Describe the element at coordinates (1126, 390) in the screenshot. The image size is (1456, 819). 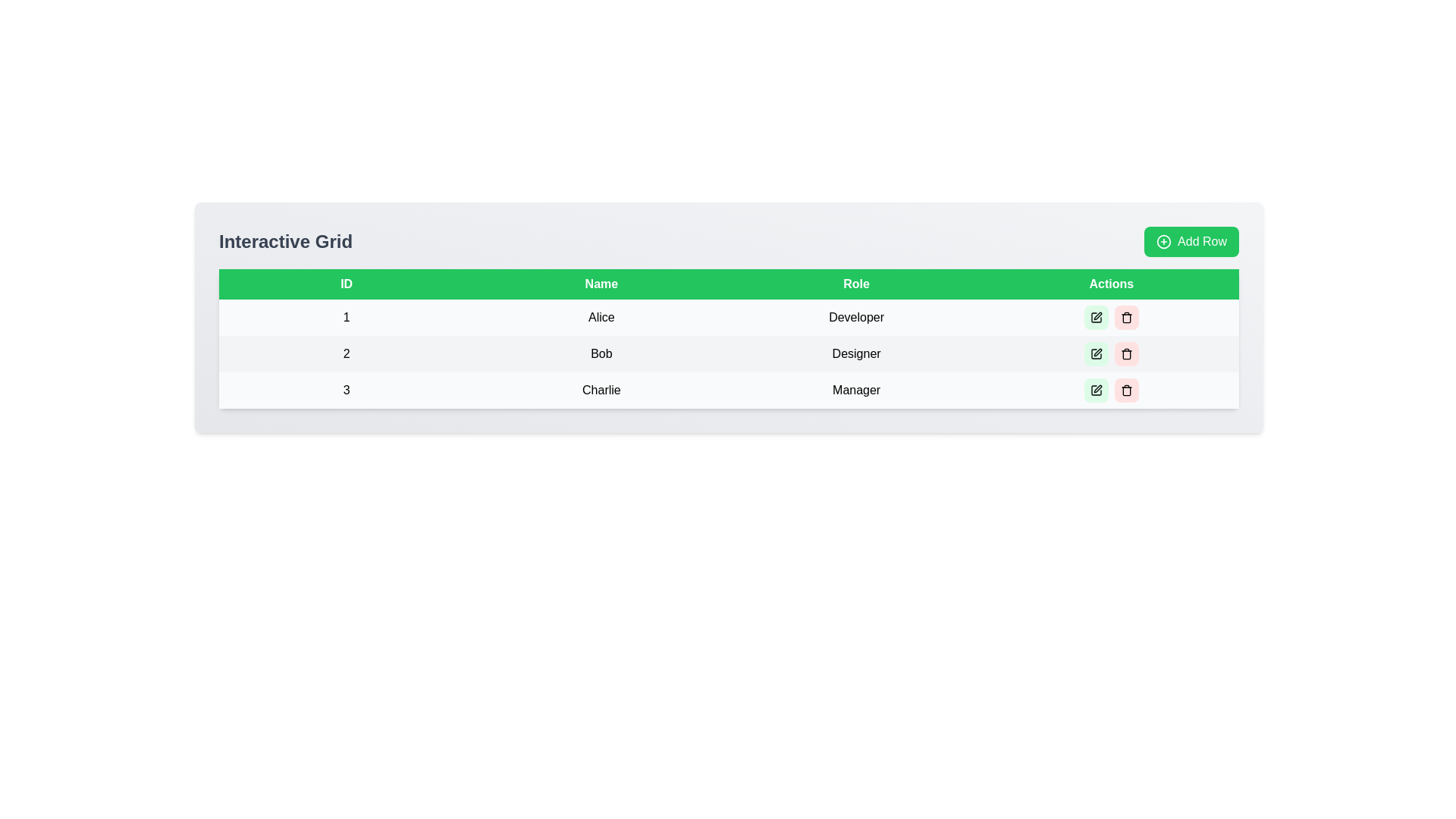
I see `the delete button with a trash can icon in the Actions column for the third row, which is adjacent to the green edit button` at that location.